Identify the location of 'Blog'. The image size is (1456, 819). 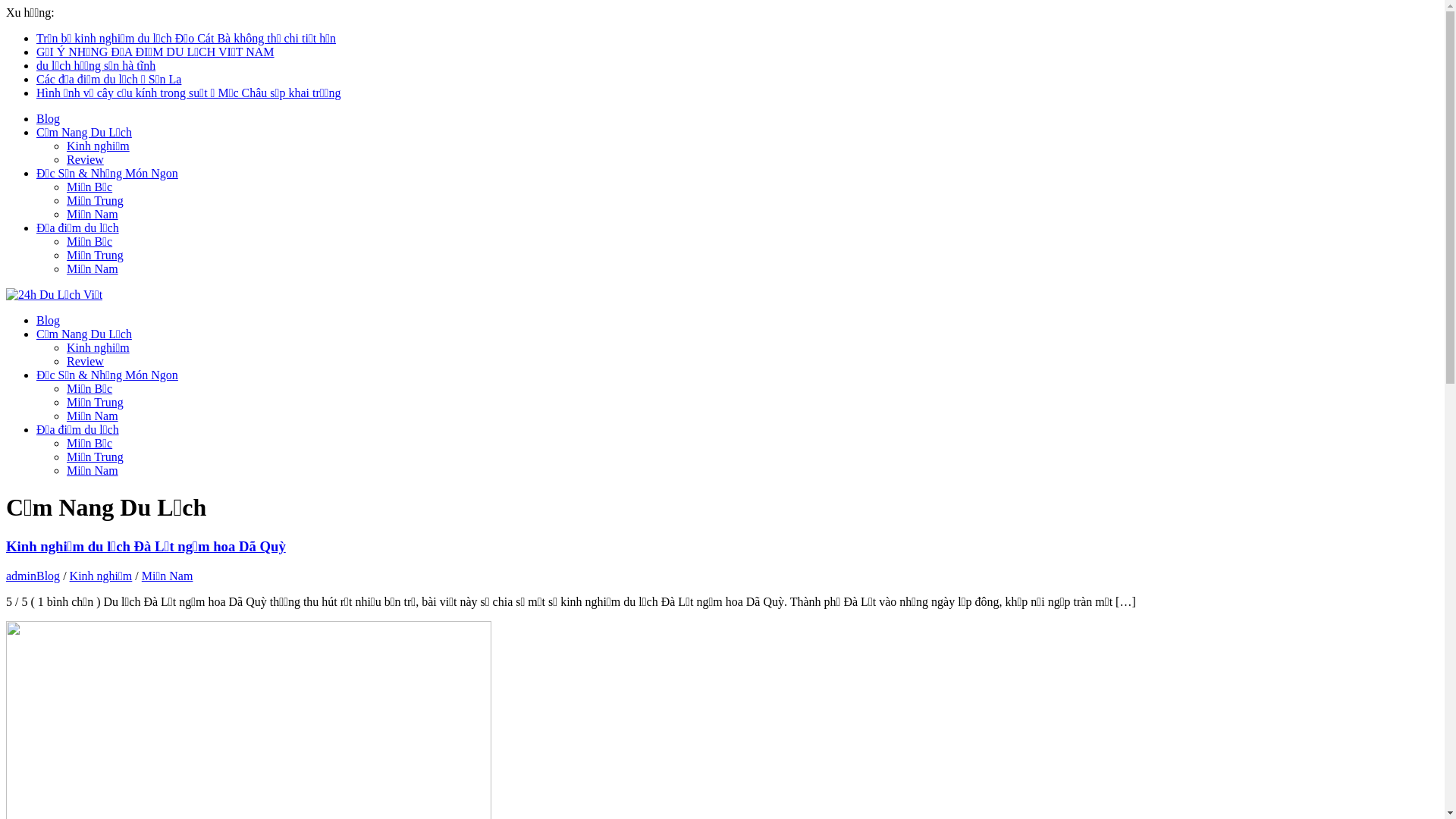
(48, 576).